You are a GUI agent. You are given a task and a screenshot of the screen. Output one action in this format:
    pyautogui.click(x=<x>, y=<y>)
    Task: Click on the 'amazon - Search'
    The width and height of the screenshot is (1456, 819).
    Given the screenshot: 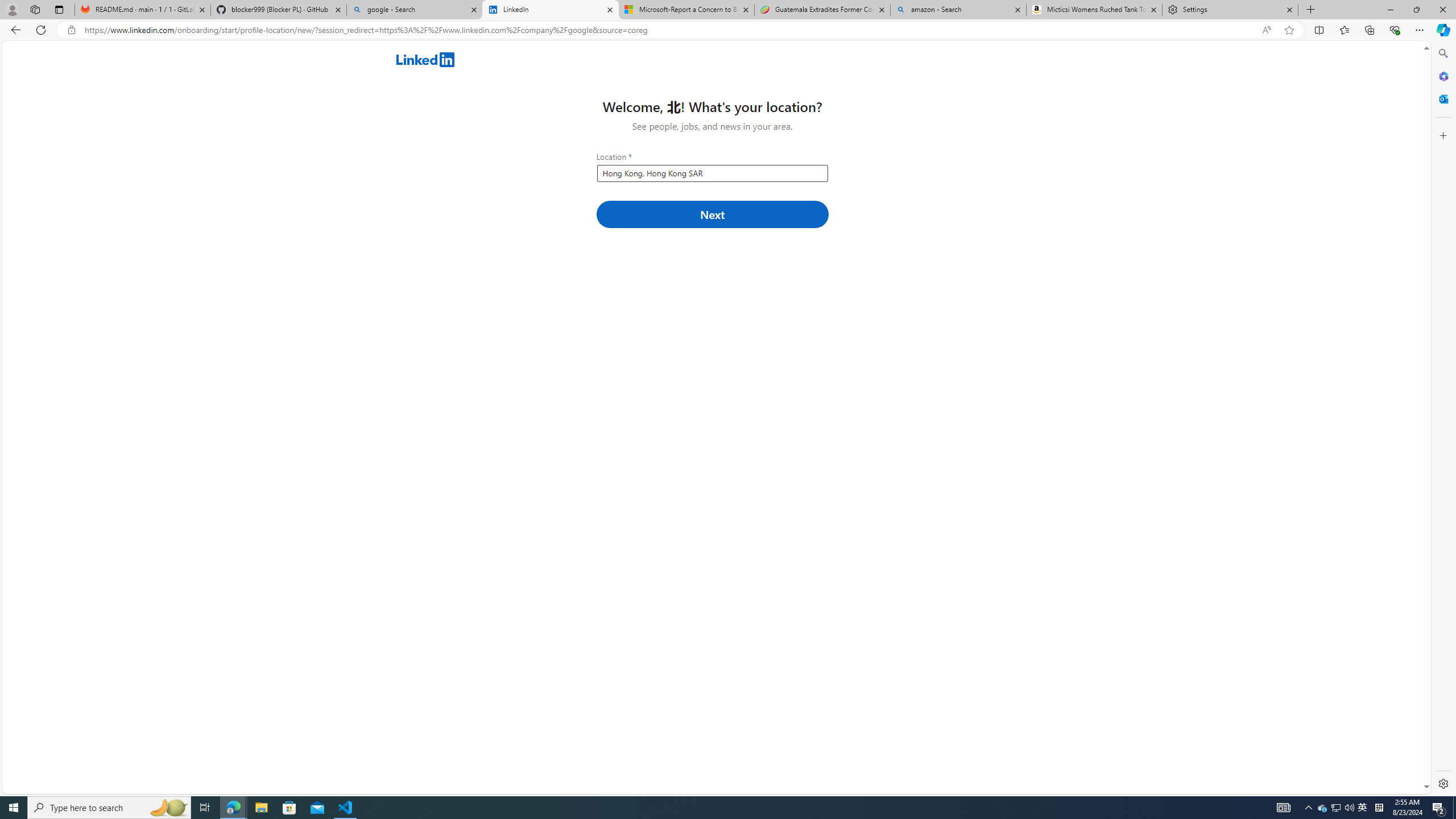 What is the action you would take?
    pyautogui.click(x=957, y=9)
    